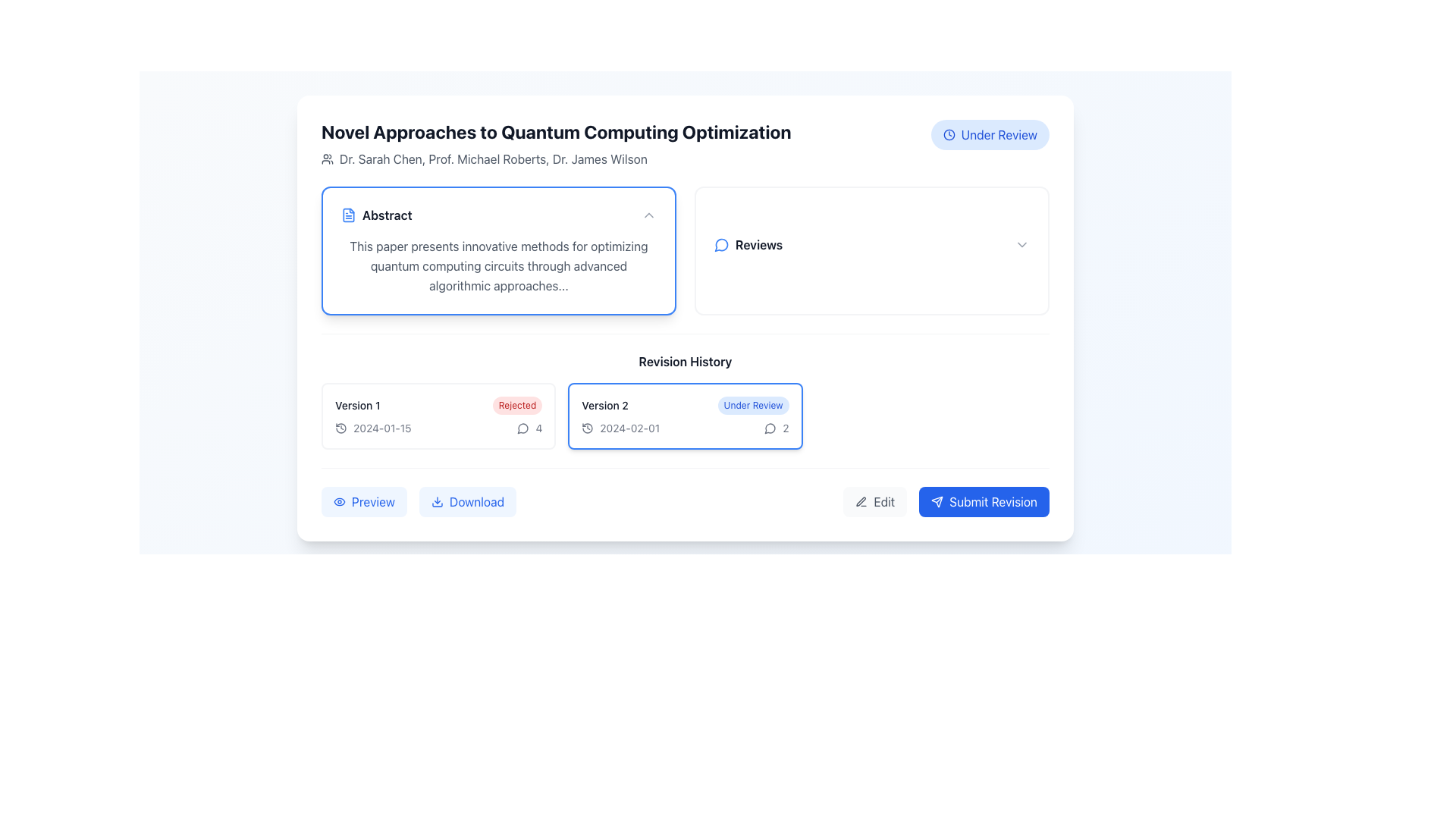 The height and width of the screenshot is (819, 1456). I want to click on the 'Version 1' text label with the red badge indicating 'rejected' status, so click(438, 405).